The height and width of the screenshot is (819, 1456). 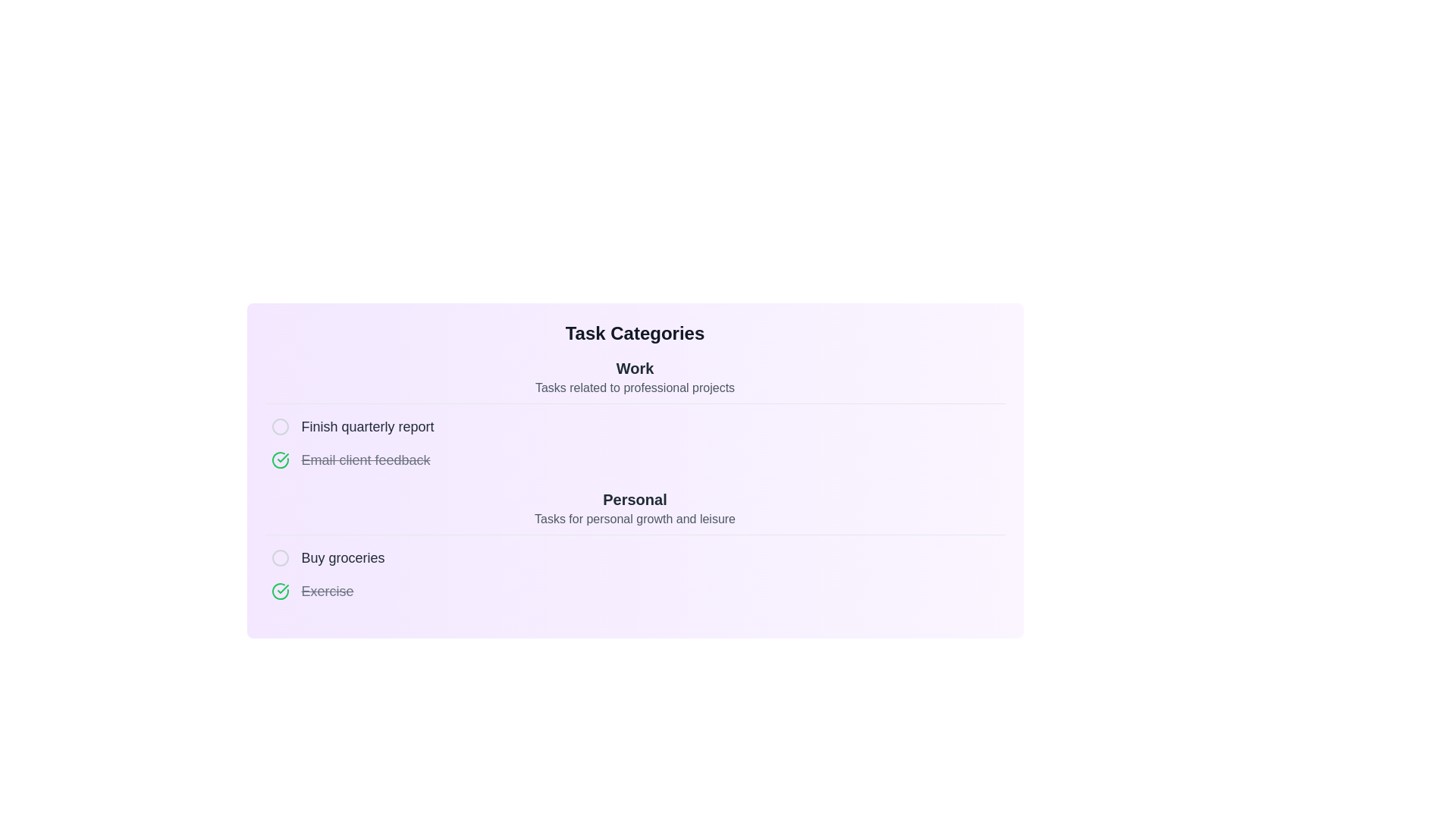 What do you see at coordinates (635, 388) in the screenshot?
I see `the descriptive text label that provides information about the 'Work' title in the 'Task Categories' section` at bounding box center [635, 388].